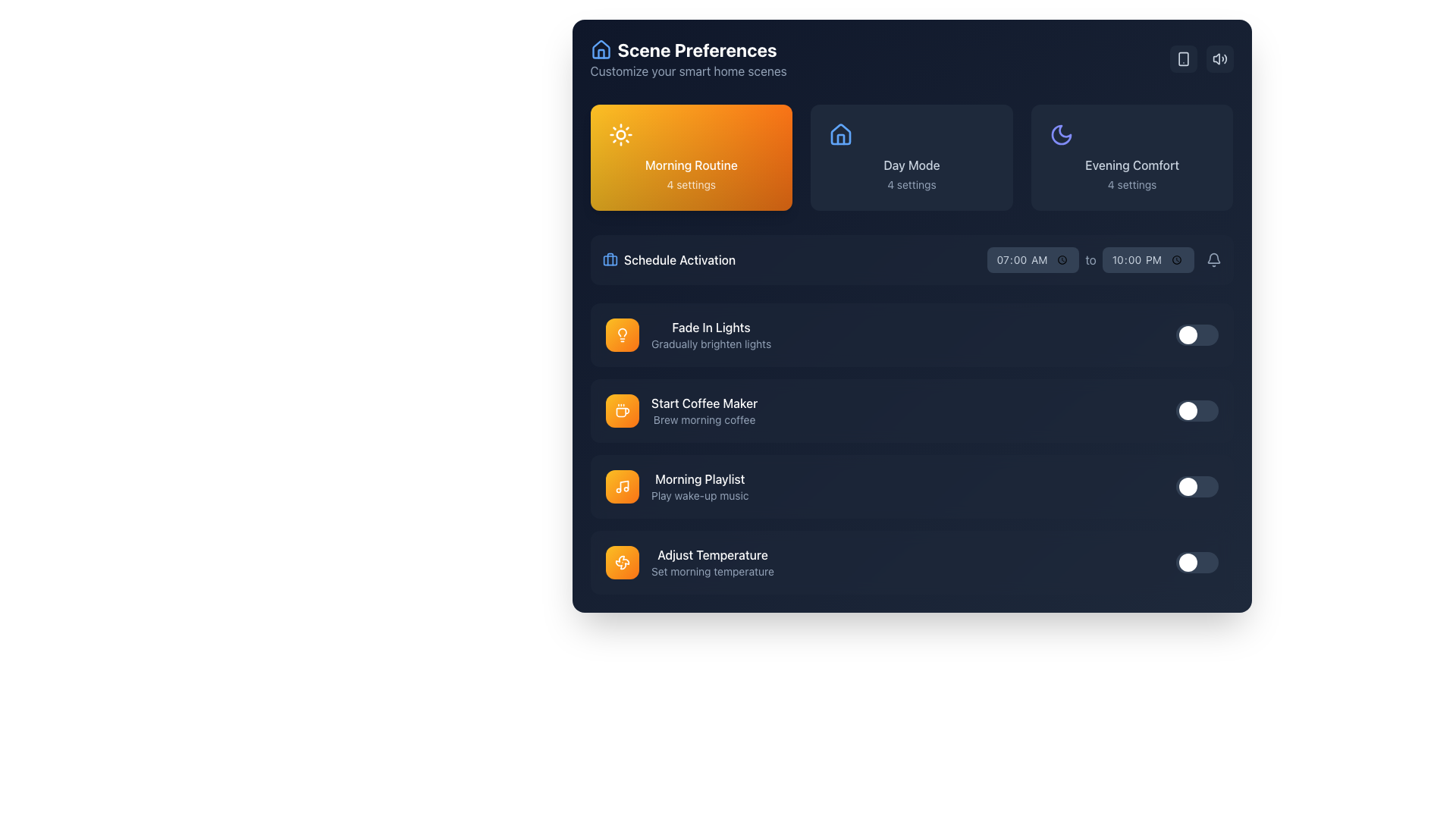  What do you see at coordinates (840, 133) in the screenshot?
I see `the house silhouette icon representing the 'Day Mode' option in the 'Scene Preferences' interface, which is styled with a blue stroke` at bounding box center [840, 133].